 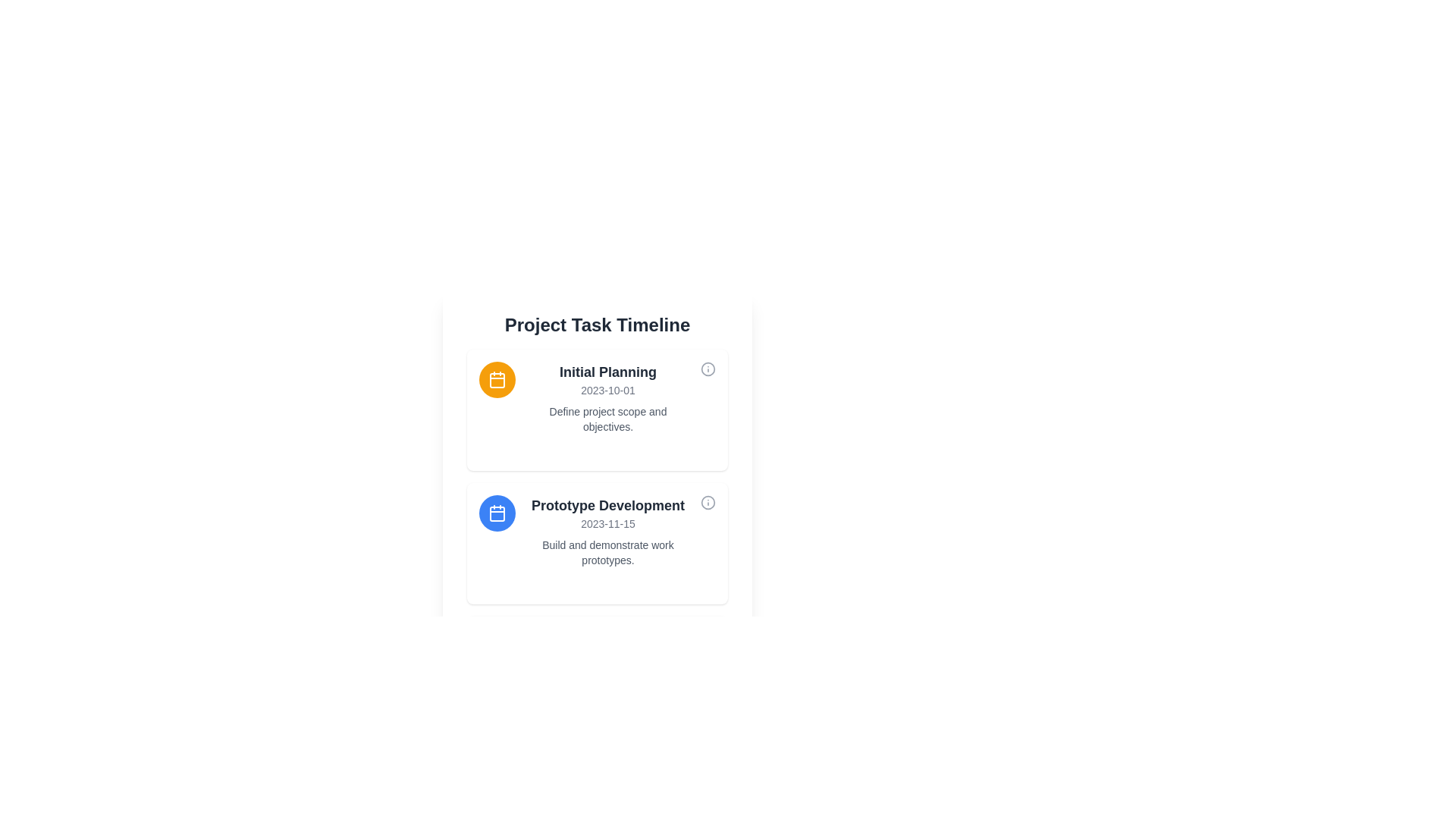 I want to click on the SVG Circle element that is part of the icon located near the 'Prototype Development' section, so click(x=708, y=369).